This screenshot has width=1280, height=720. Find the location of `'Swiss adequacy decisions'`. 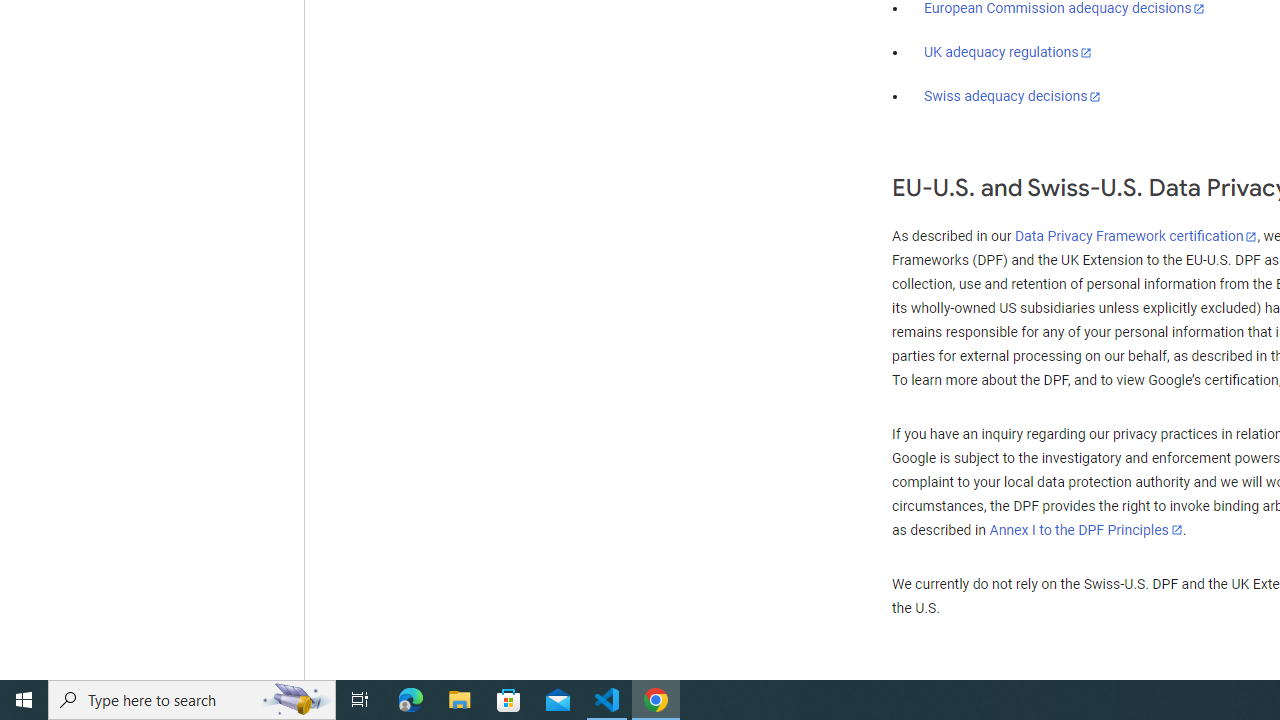

'Swiss adequacy decisions' is located at coordinates (1013, 96).